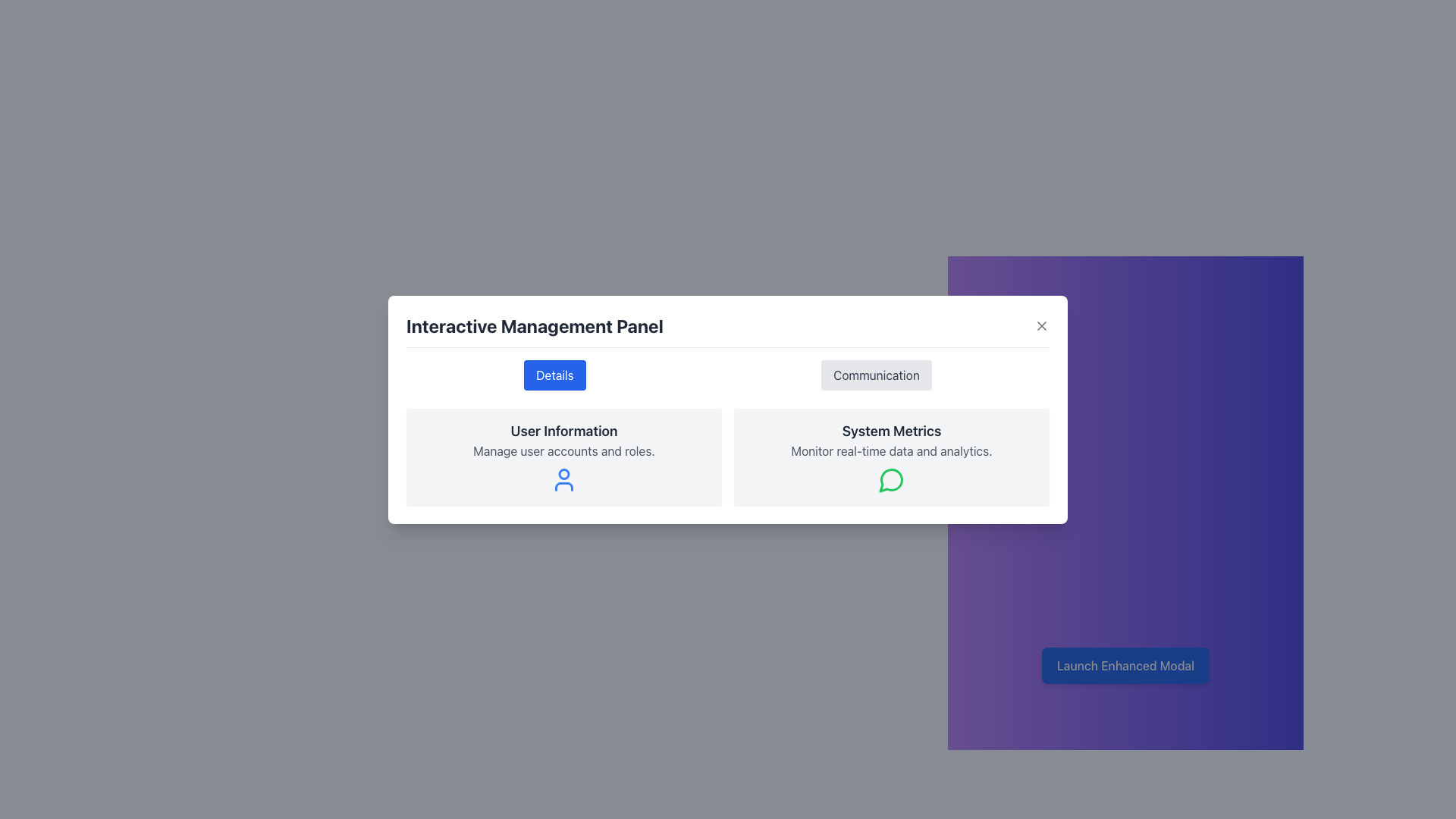  Describe the element at coordinates (563, 479) in the screenshot. I see `the user icon located underneath the 'User Information' text in the left section of the 'Interactive Management Panel'` at that location.